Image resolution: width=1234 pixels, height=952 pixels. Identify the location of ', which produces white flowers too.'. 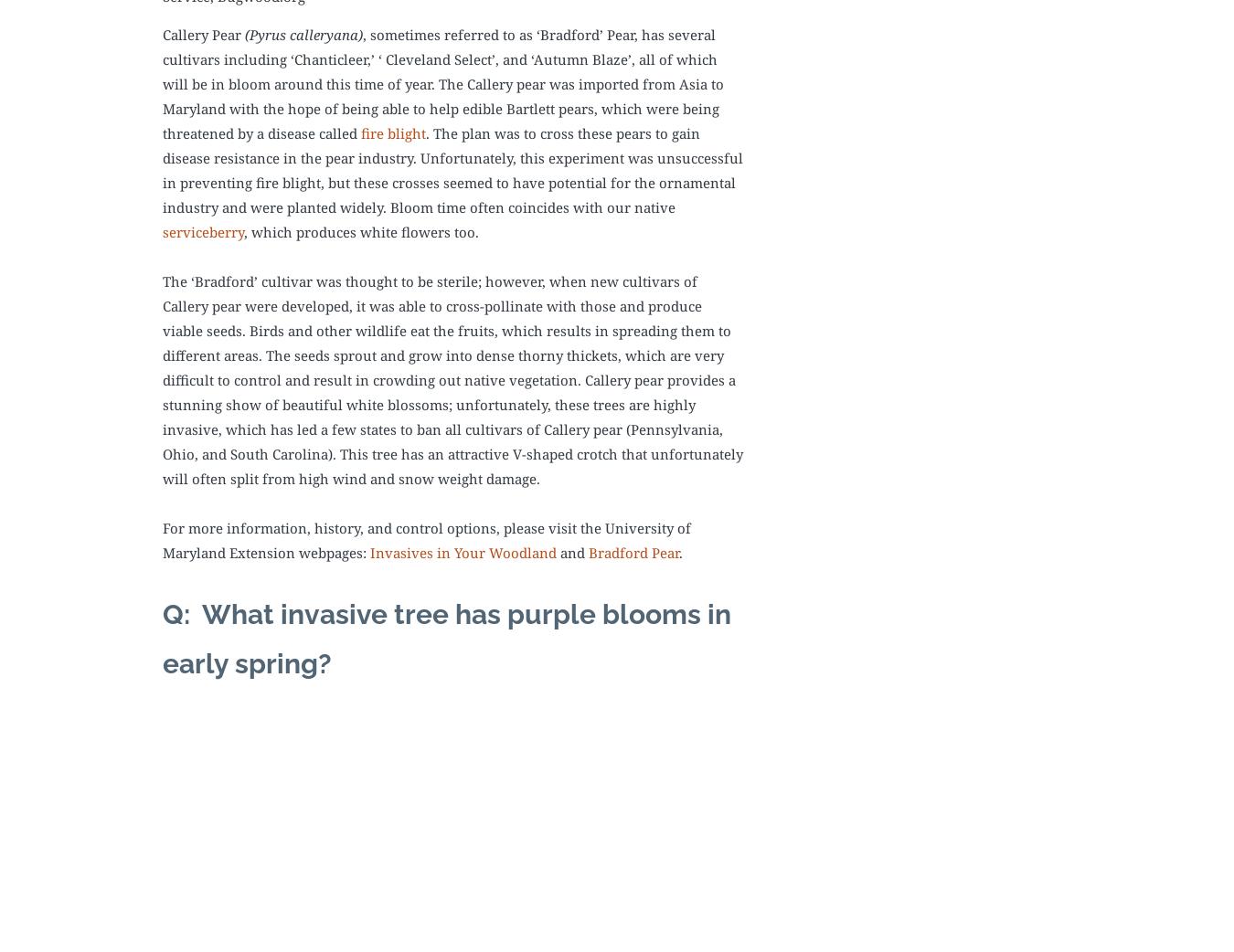
(361, 231).